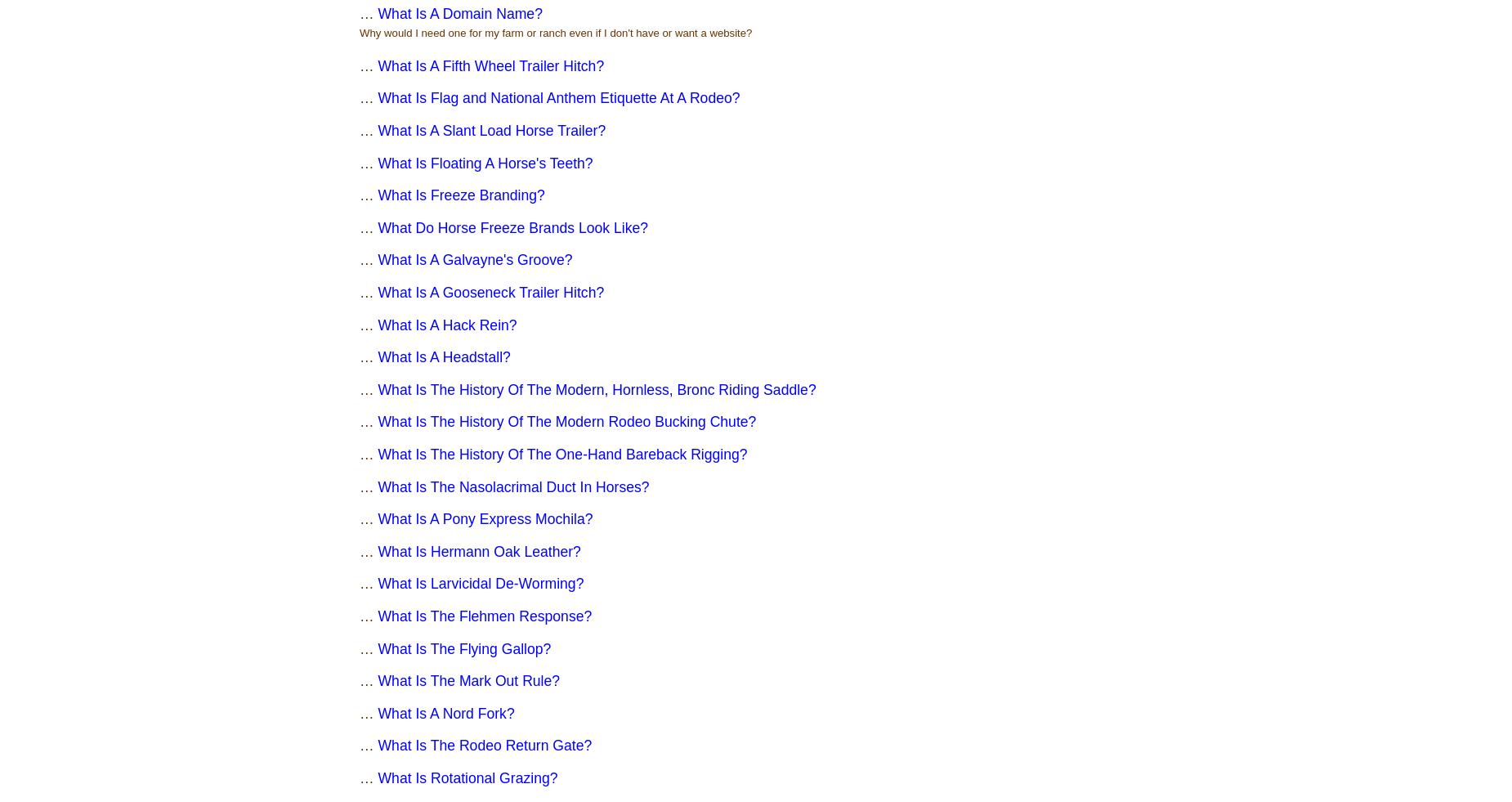 The height and width of the screenshot is (802, 1512). Describe the element at coordinates (376, 226) in the screenshot. I see `'What Do Horse Freeze Brands Look Like?'` at that location.